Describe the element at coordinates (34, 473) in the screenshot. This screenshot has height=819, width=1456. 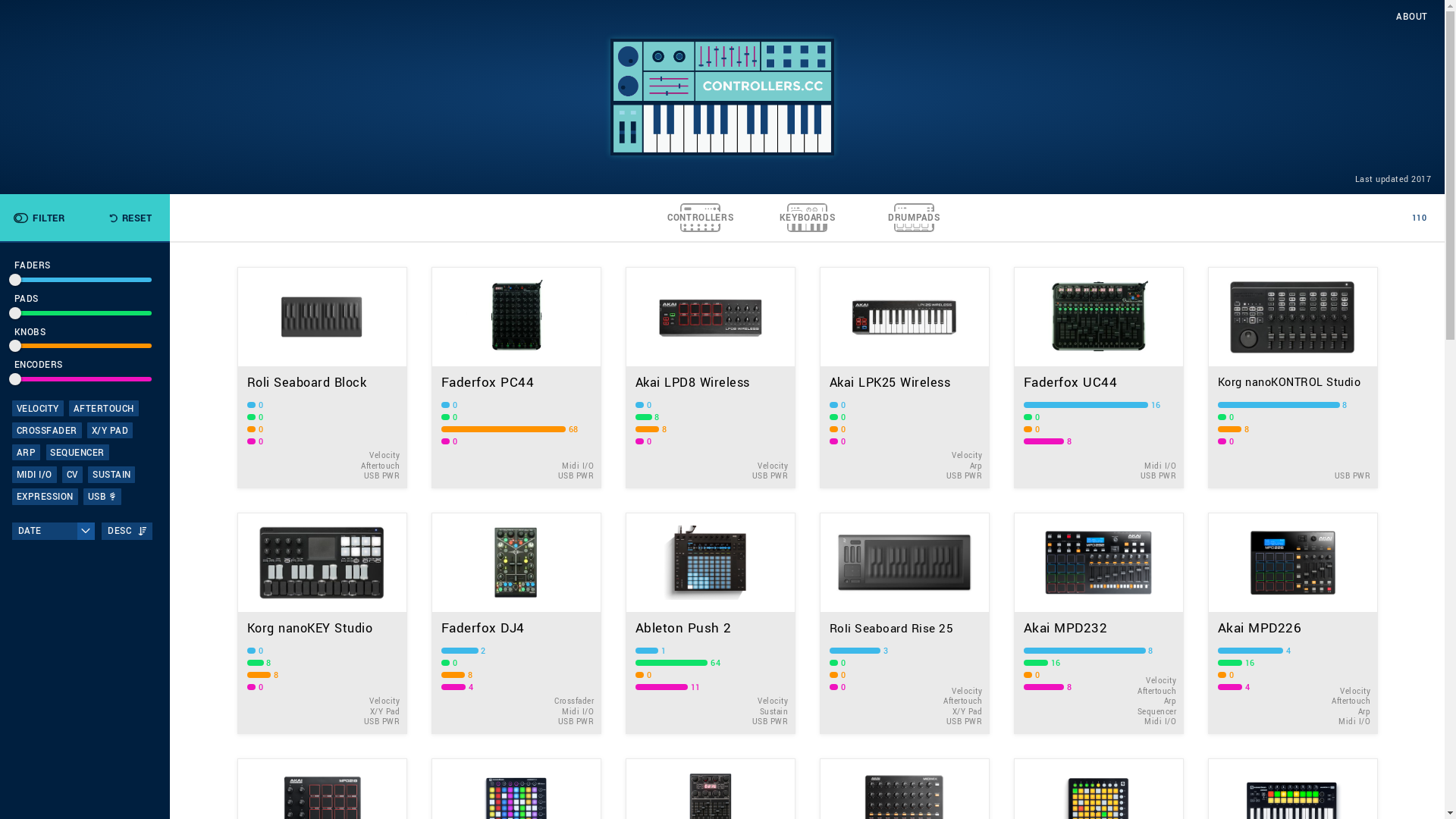
I see `'MIDI I/O'` at that location.